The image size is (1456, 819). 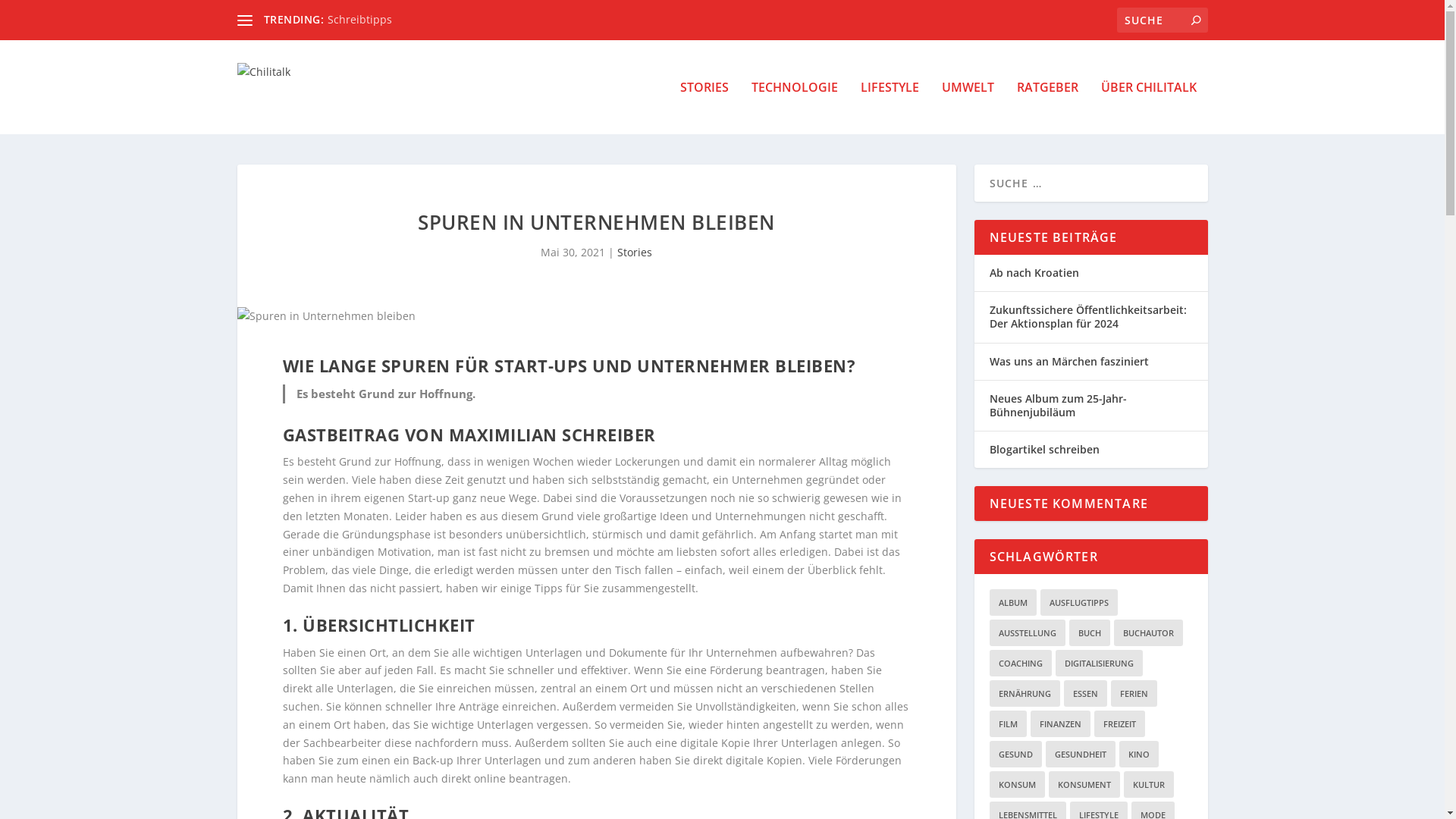 What do you see at coordinates (1059, 723) in the screenshot?
I see `'FINANZEN'` at bounding box center [1059, 723].